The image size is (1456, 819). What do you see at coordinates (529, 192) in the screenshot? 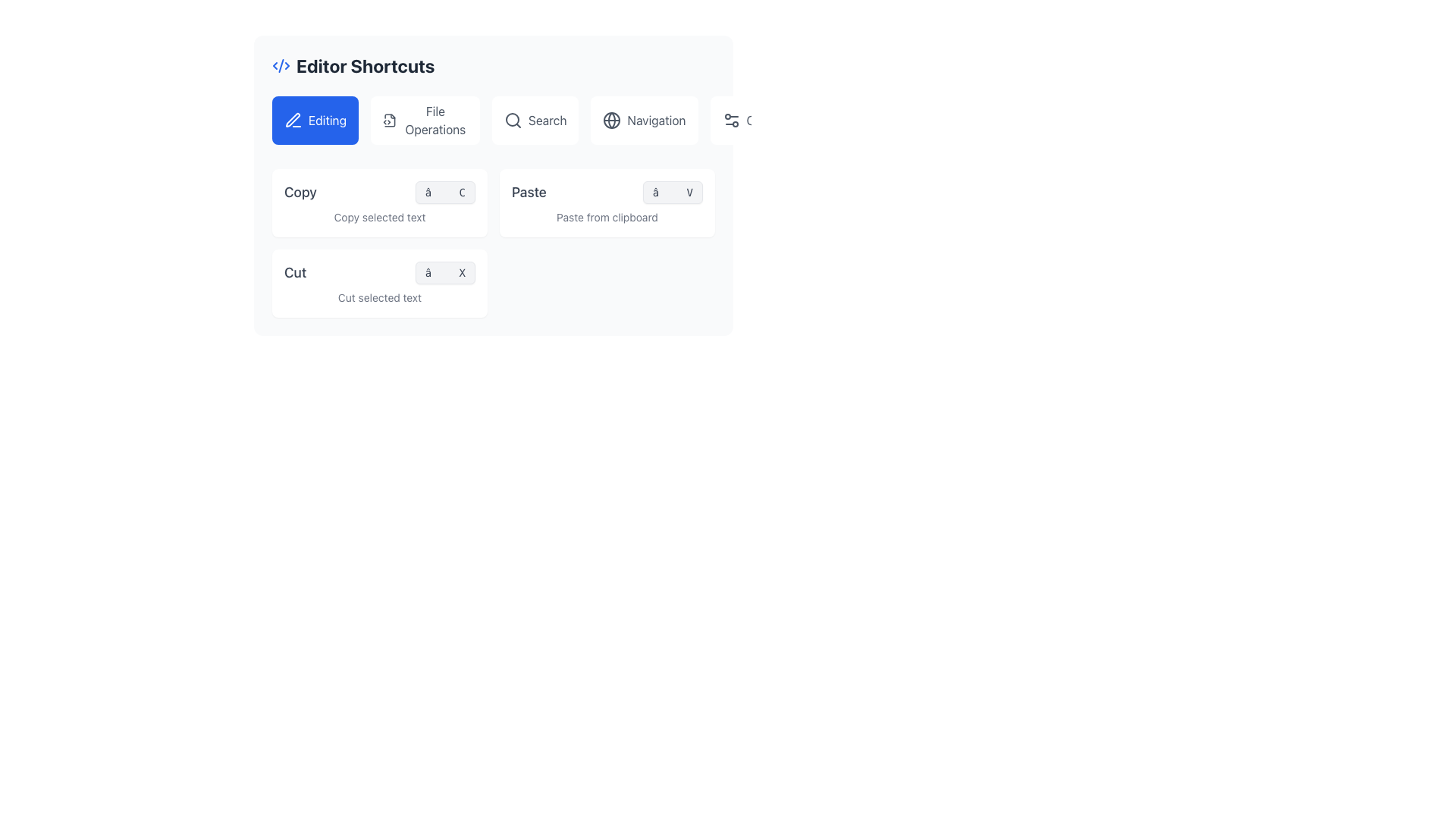
I see `text label displaying the word 'Paste', which is styled with medium font weight and gray color, located in the second row of the editor shortcuts panel under the 'Editing' section` at bounding box center [529, 192].